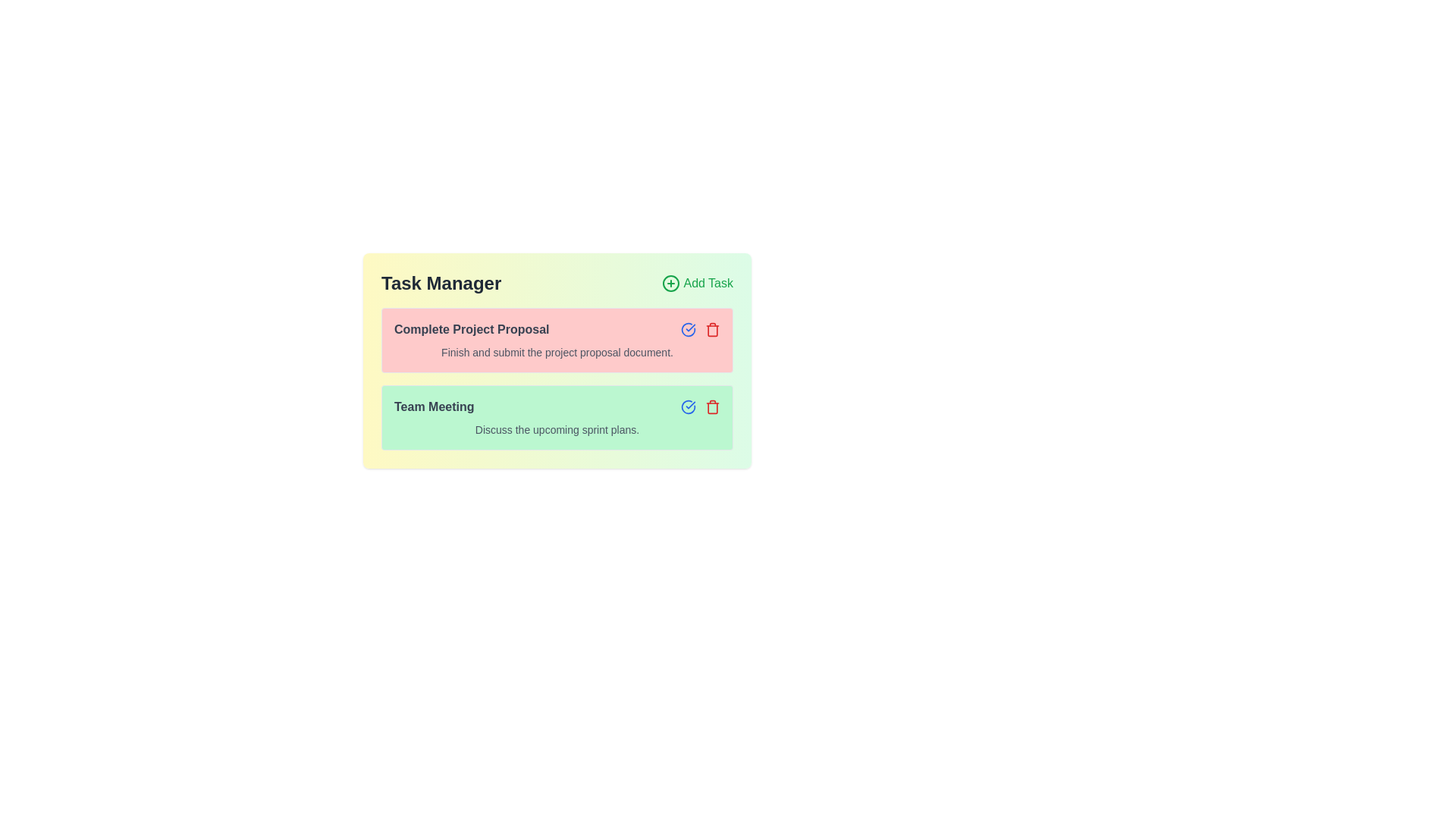 This screenshot has width=1456, height=819. Describe the element at coordinates (712, 406) in the screenshot. I see `the middle component of the trash can icon located to the right of the 'Team Meeting' task in the task management interface` at that location.